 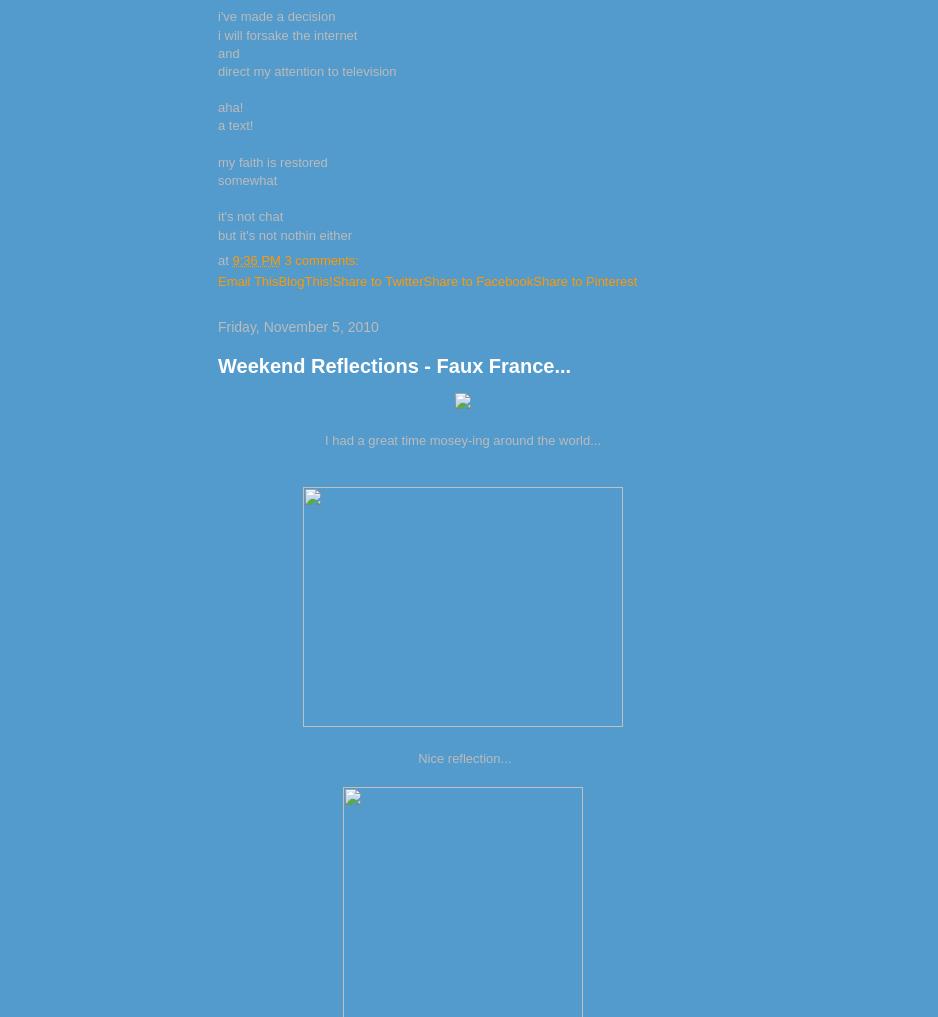 What do you see at coordinates (246, 180) in the screenshot?
I see `'somewhat'` at bounding box center [246, 180].